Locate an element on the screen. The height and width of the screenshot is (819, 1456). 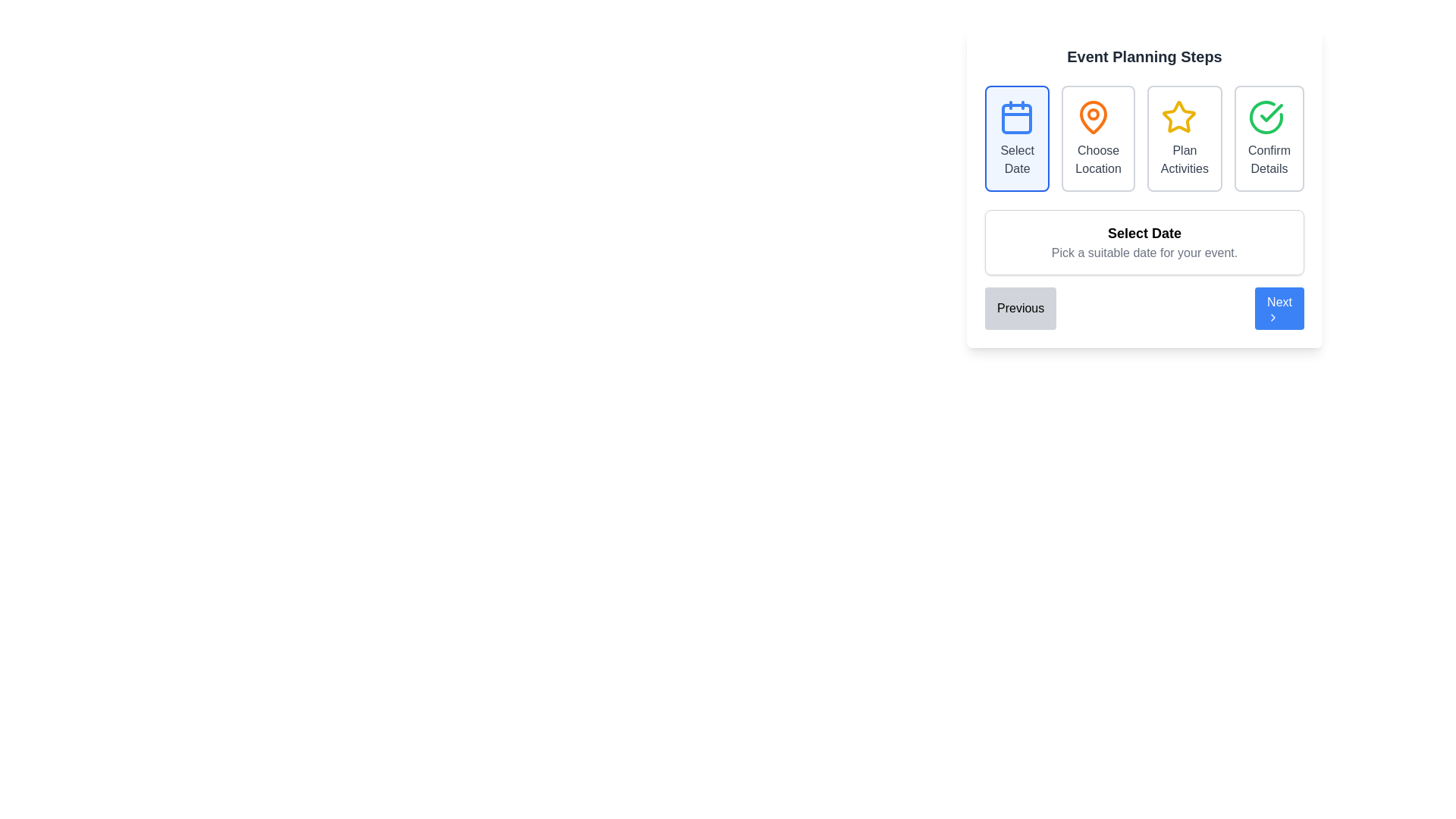
Informational Card featuring a yellow star icon and 'Plan Activities' text, which is the third card in a horizontal list of four cards is located at coordinates (1184, 138).